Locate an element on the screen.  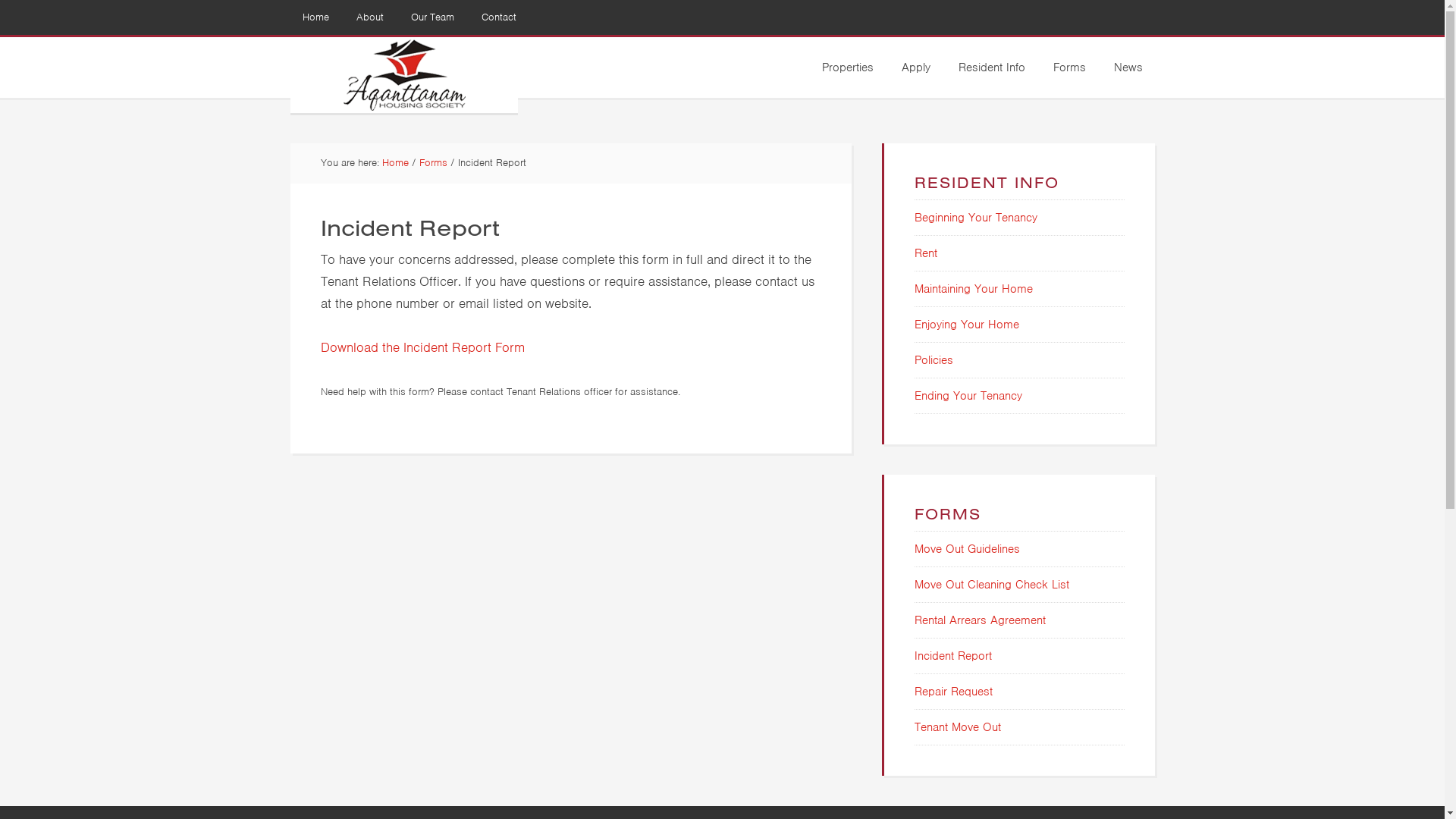
'Forms' is located at coordinates (431, 162).